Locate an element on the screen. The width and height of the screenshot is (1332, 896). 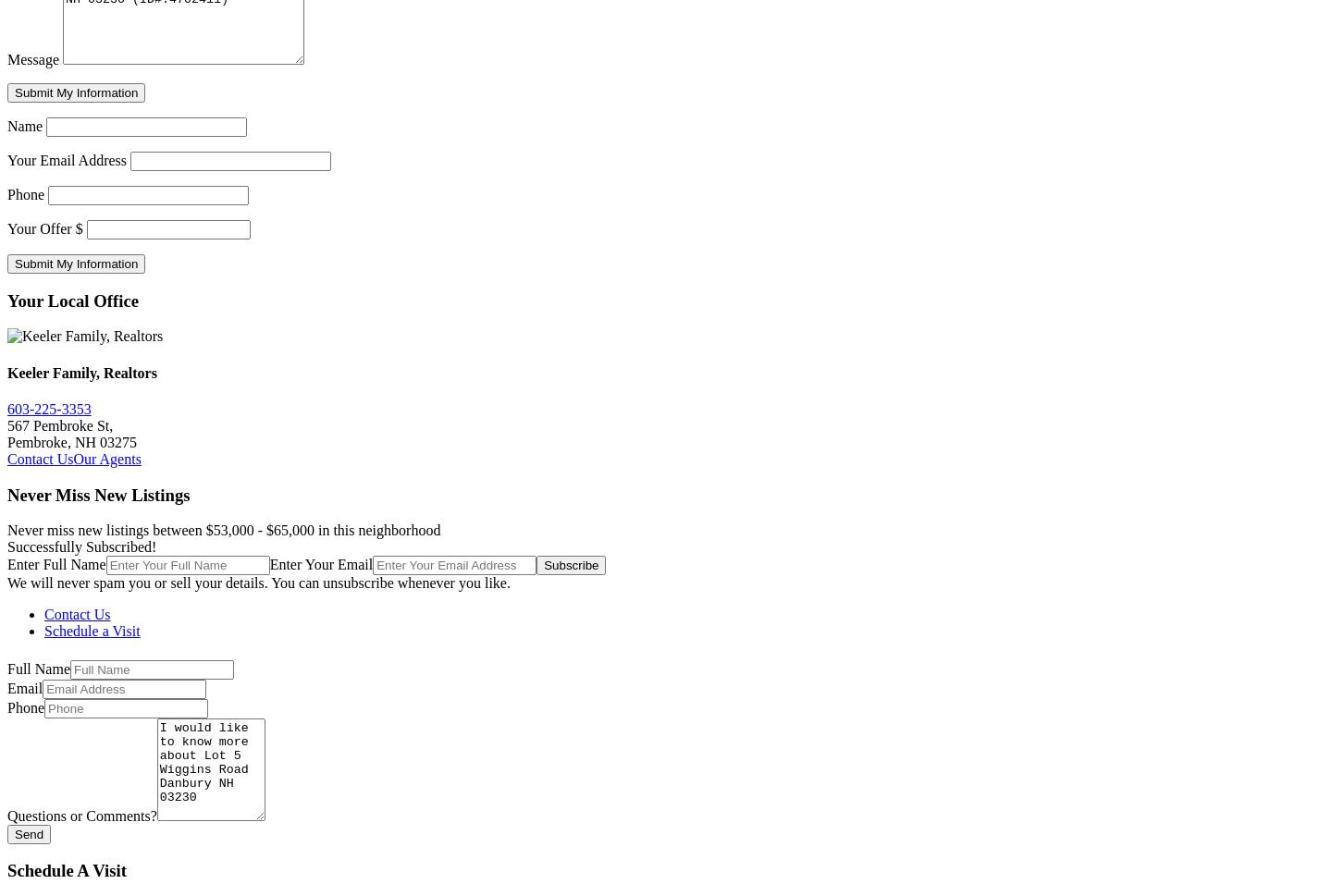
'Our Agents' is located at coordinates (73, 457).